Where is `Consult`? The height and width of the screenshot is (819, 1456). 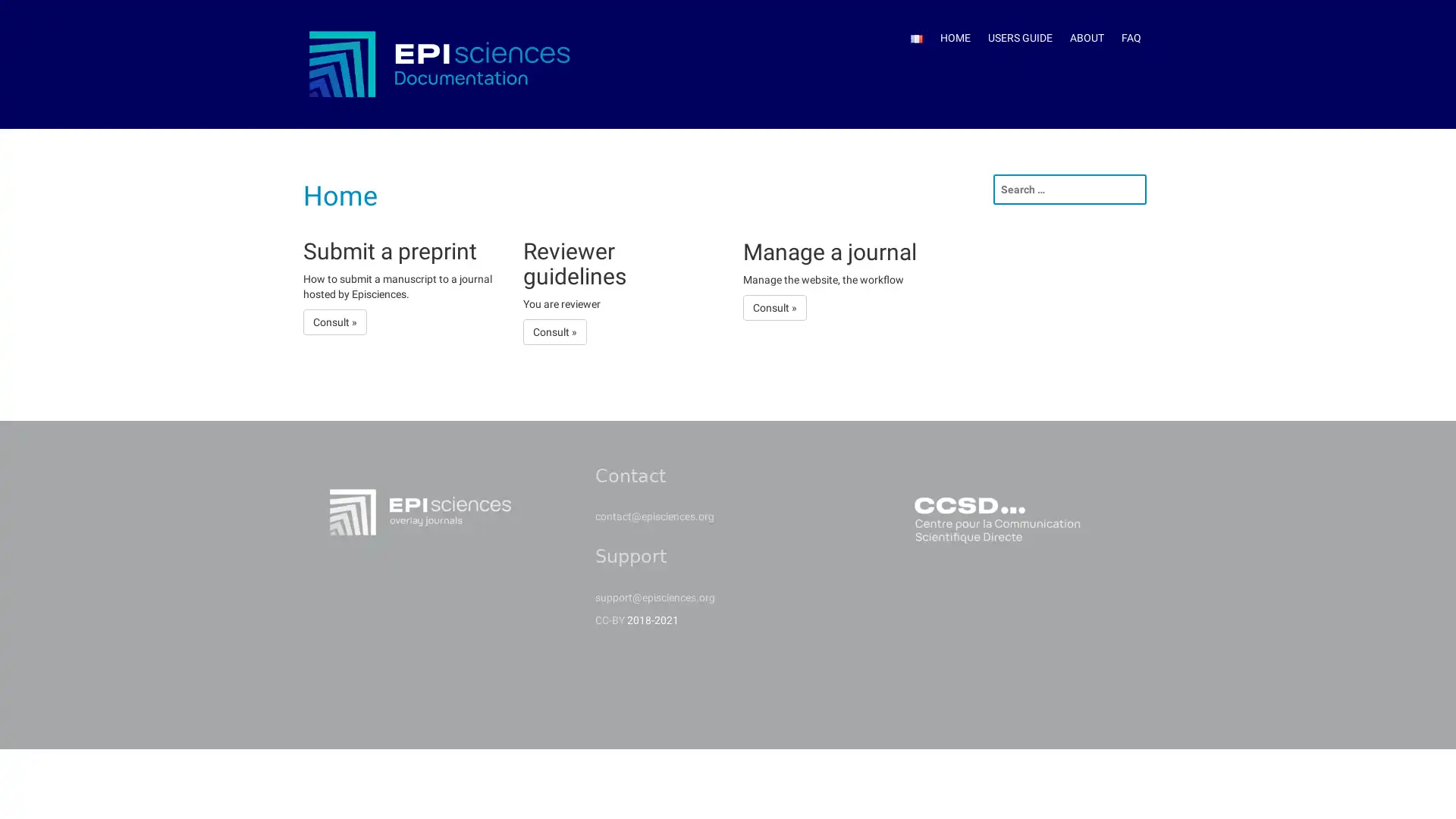
Consult is located at coordinates (553, 330).